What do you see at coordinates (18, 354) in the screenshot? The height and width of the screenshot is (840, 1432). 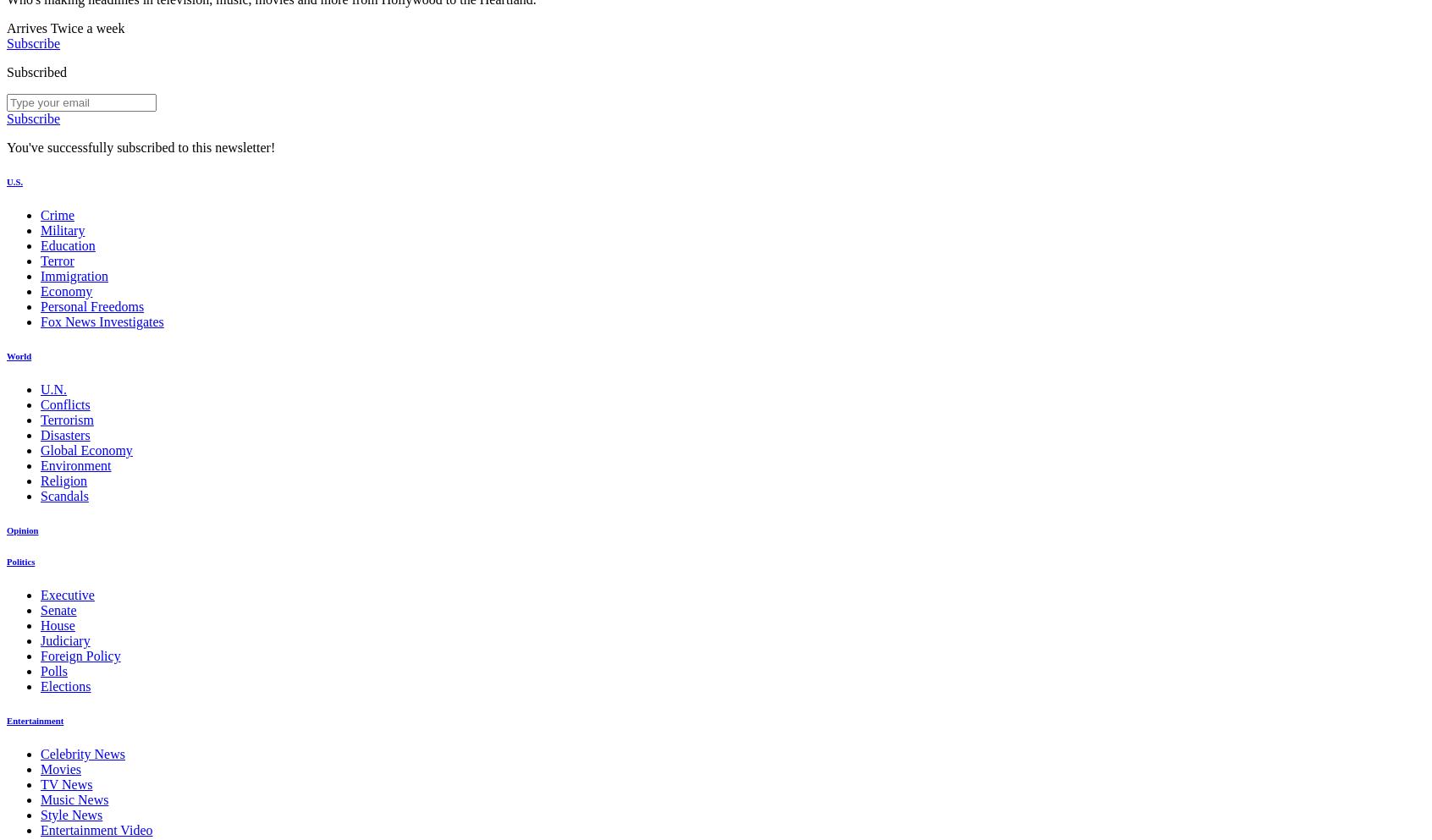 I see `'World'` at bounding box center [18, 354].